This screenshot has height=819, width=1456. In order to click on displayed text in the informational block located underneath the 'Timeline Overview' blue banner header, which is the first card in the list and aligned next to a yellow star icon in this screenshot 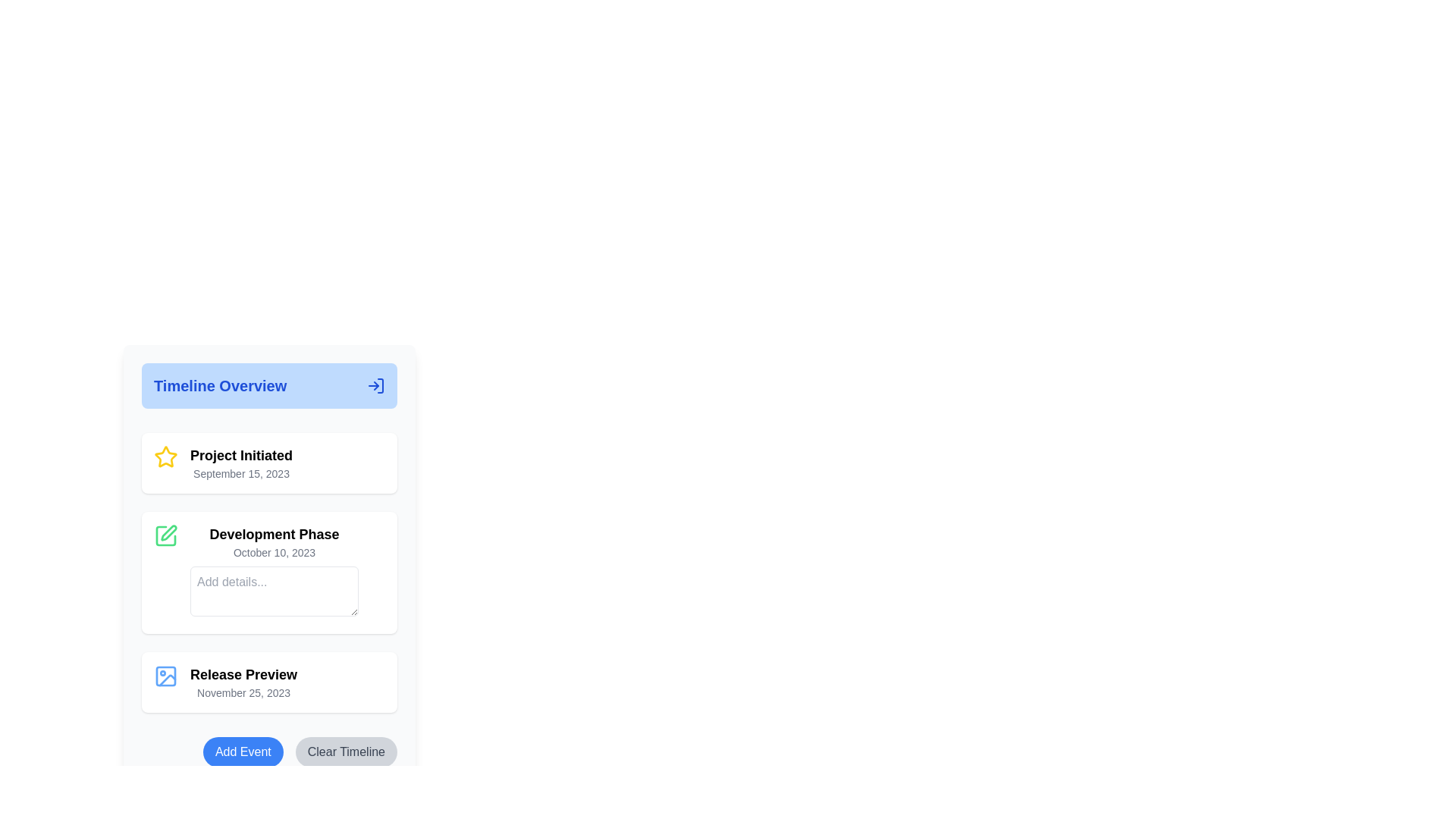, I will do `click(240, 462)`.